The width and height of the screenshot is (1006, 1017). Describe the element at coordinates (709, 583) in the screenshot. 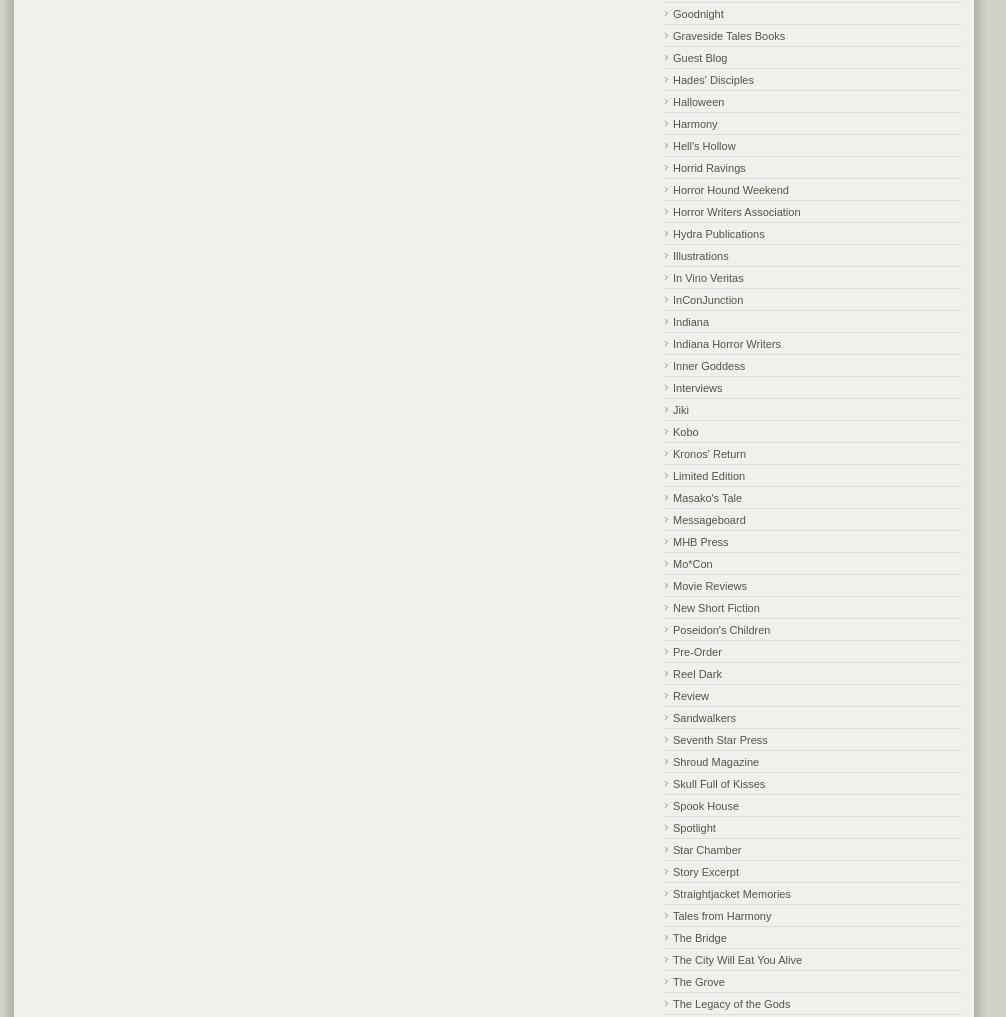

I see `'Movie Reviews'` at that location.